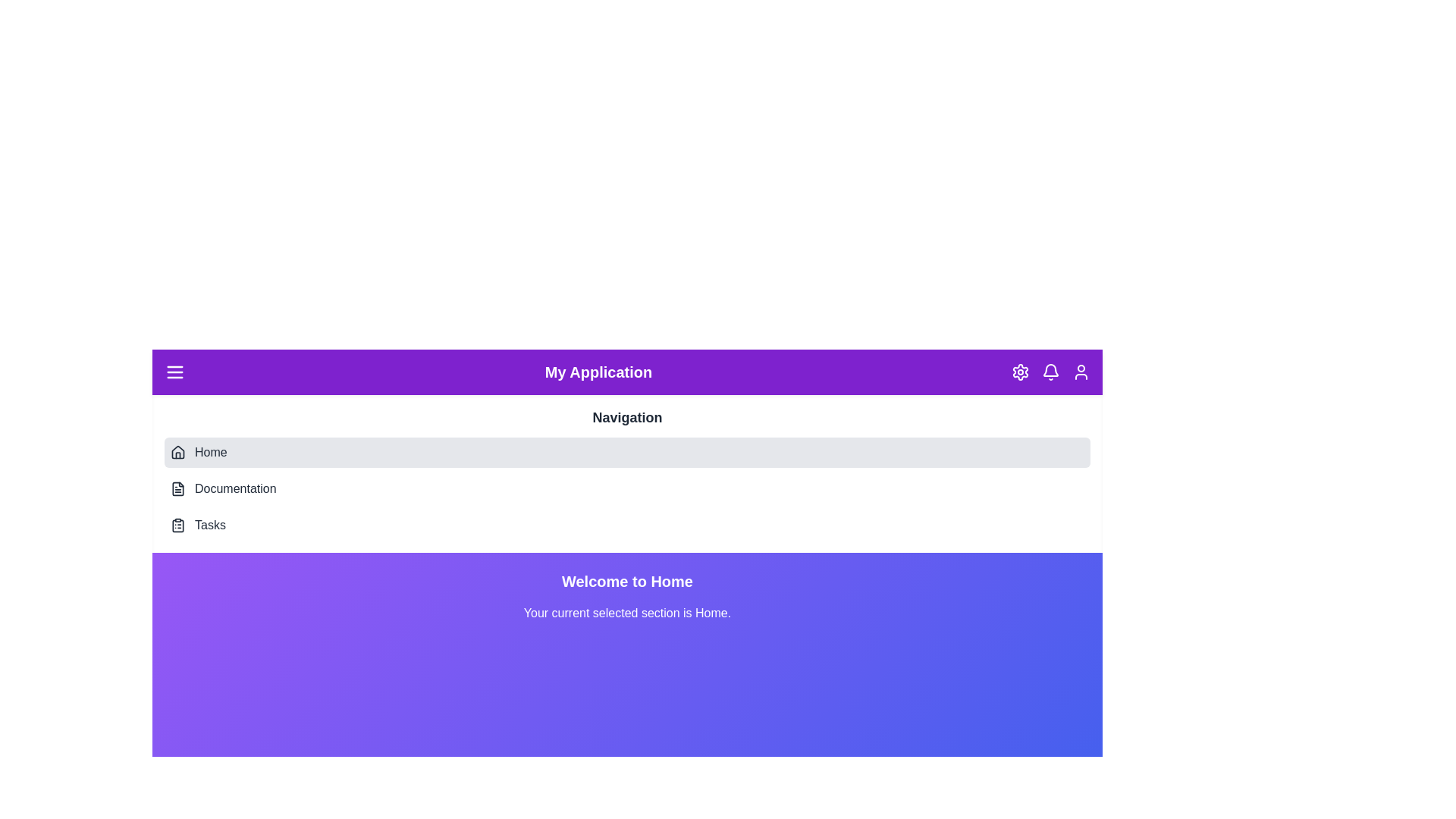  I want to click on the Settings icon in the header, so click(1020, 372).